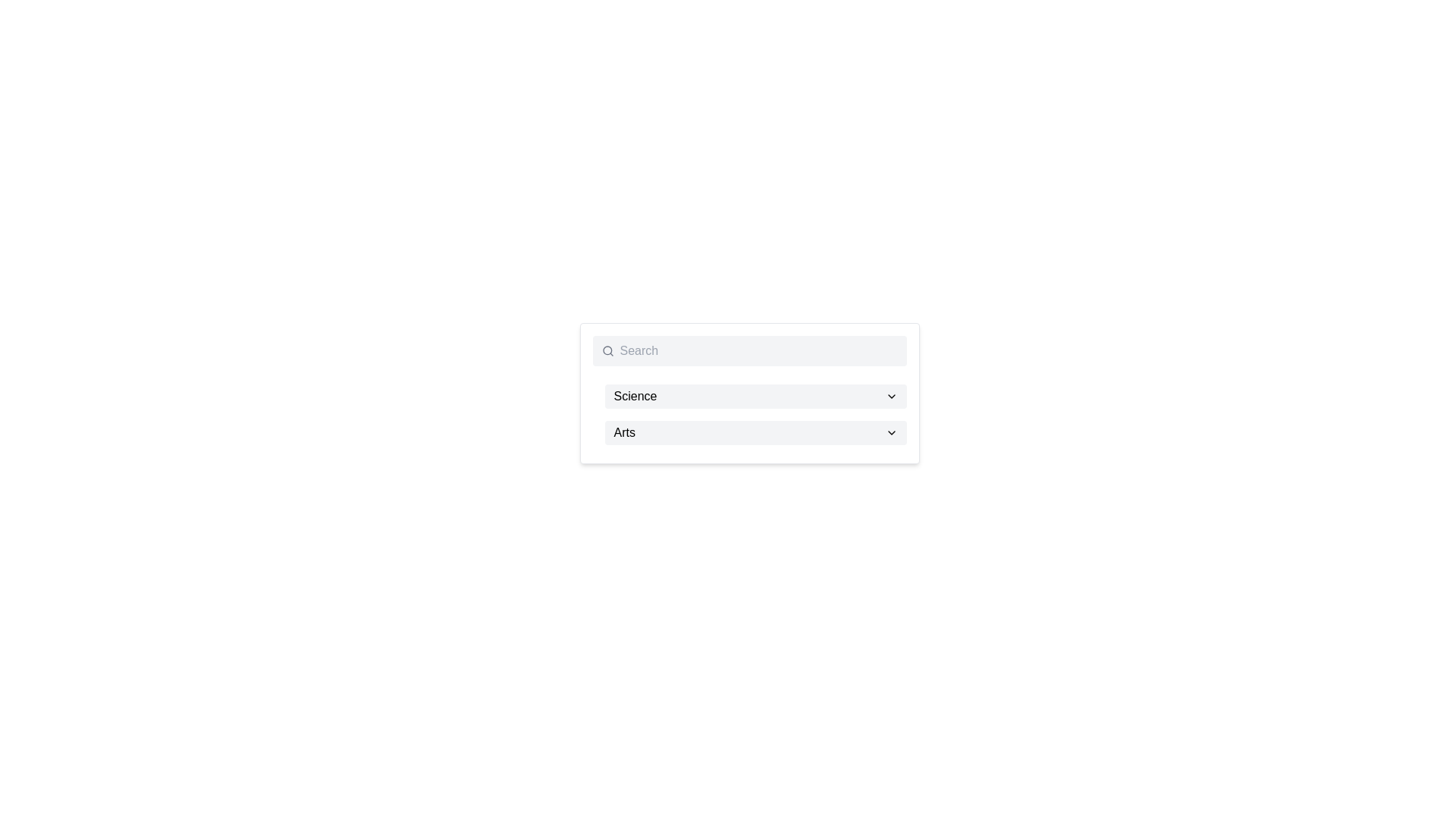  Describe the element at coordinates (755, 432) in the screenshot. I see `the second dropdown option located directly below the 'Science' dropdown` at that location.